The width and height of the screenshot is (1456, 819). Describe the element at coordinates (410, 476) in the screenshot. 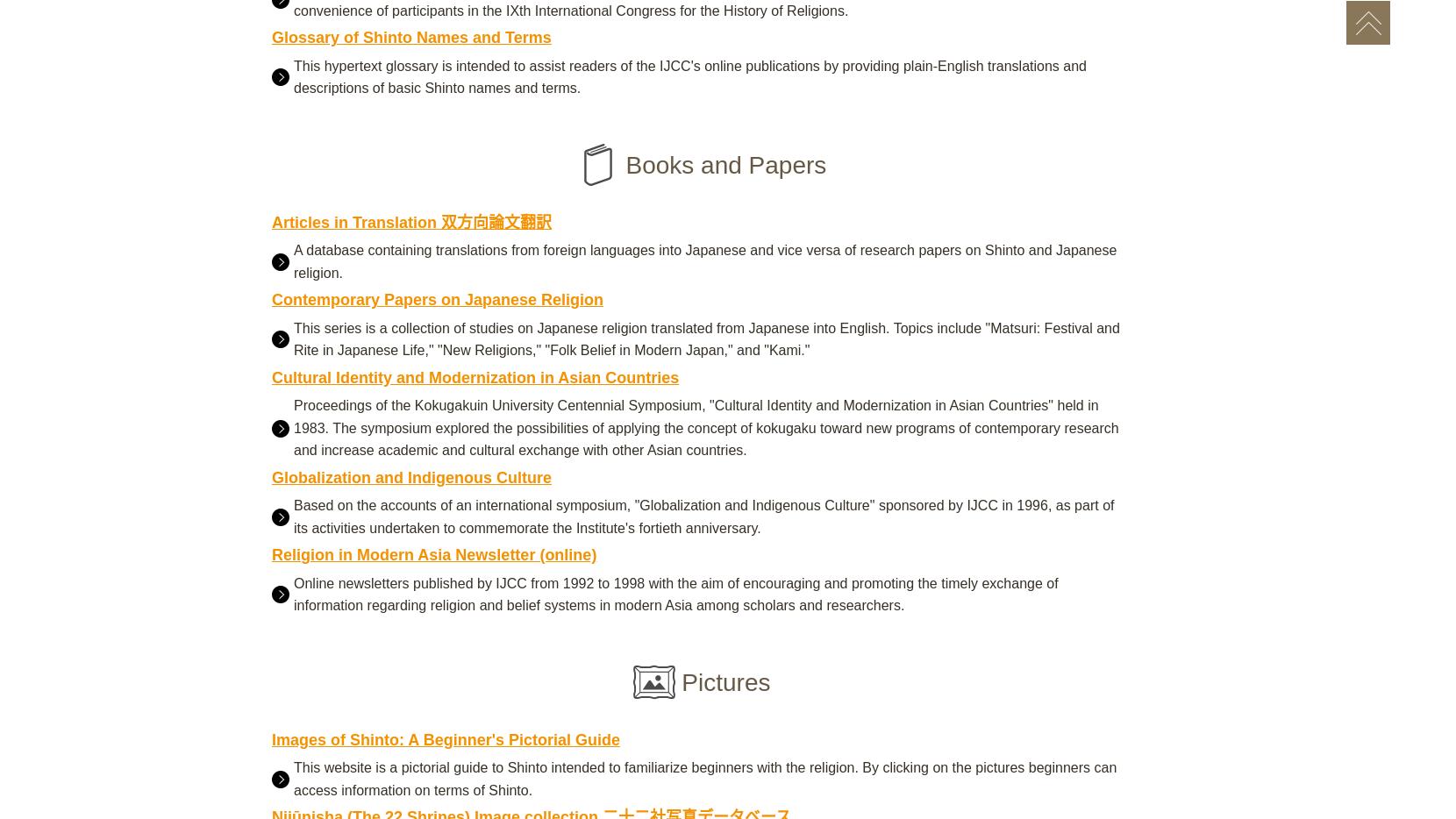

I see `'Globalization and Indigenous Culture'` at that location.